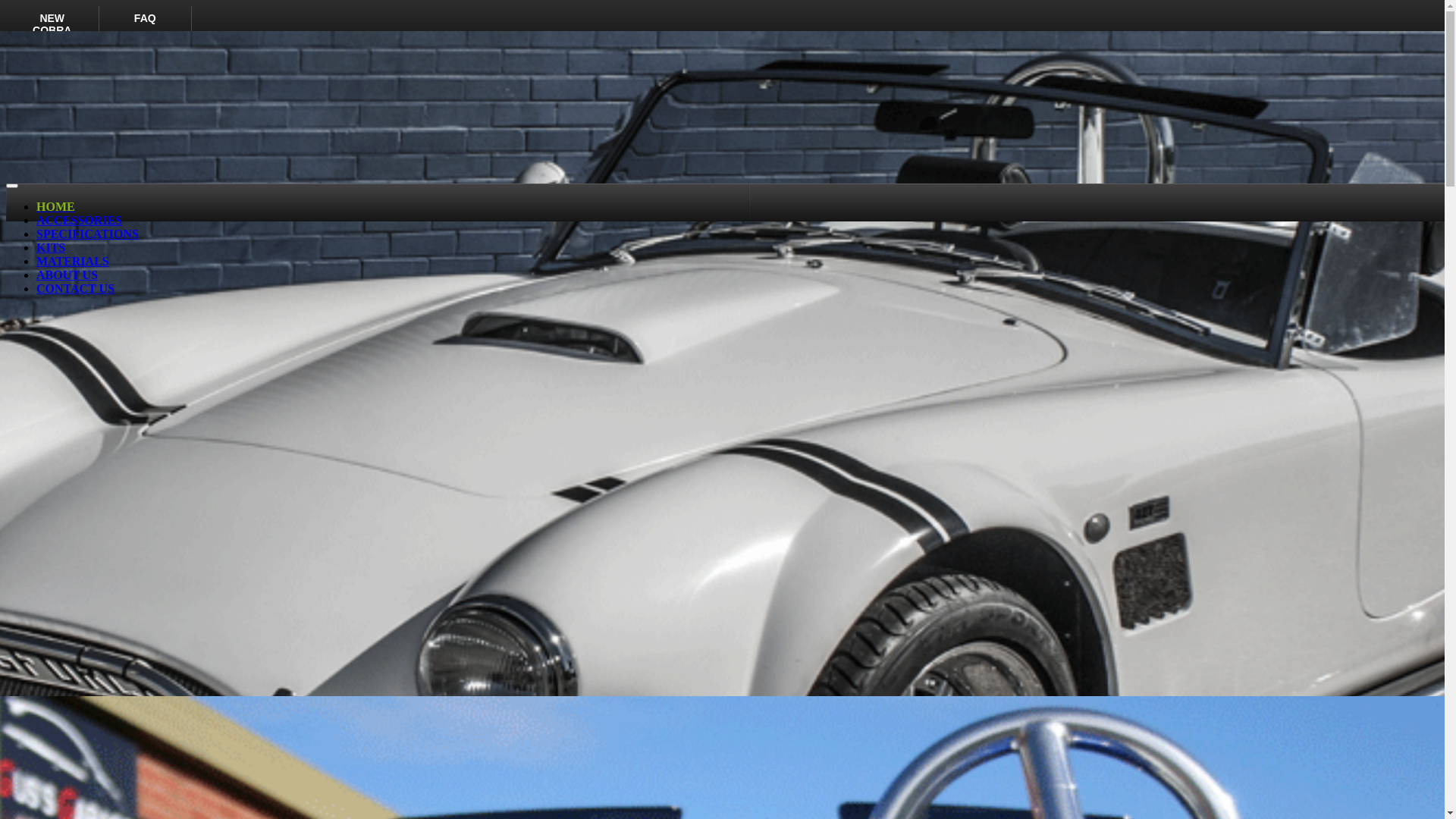 This screenshot has width=1456, height=819. I want to click on 'ACCESSORIES', so click(78, 220).